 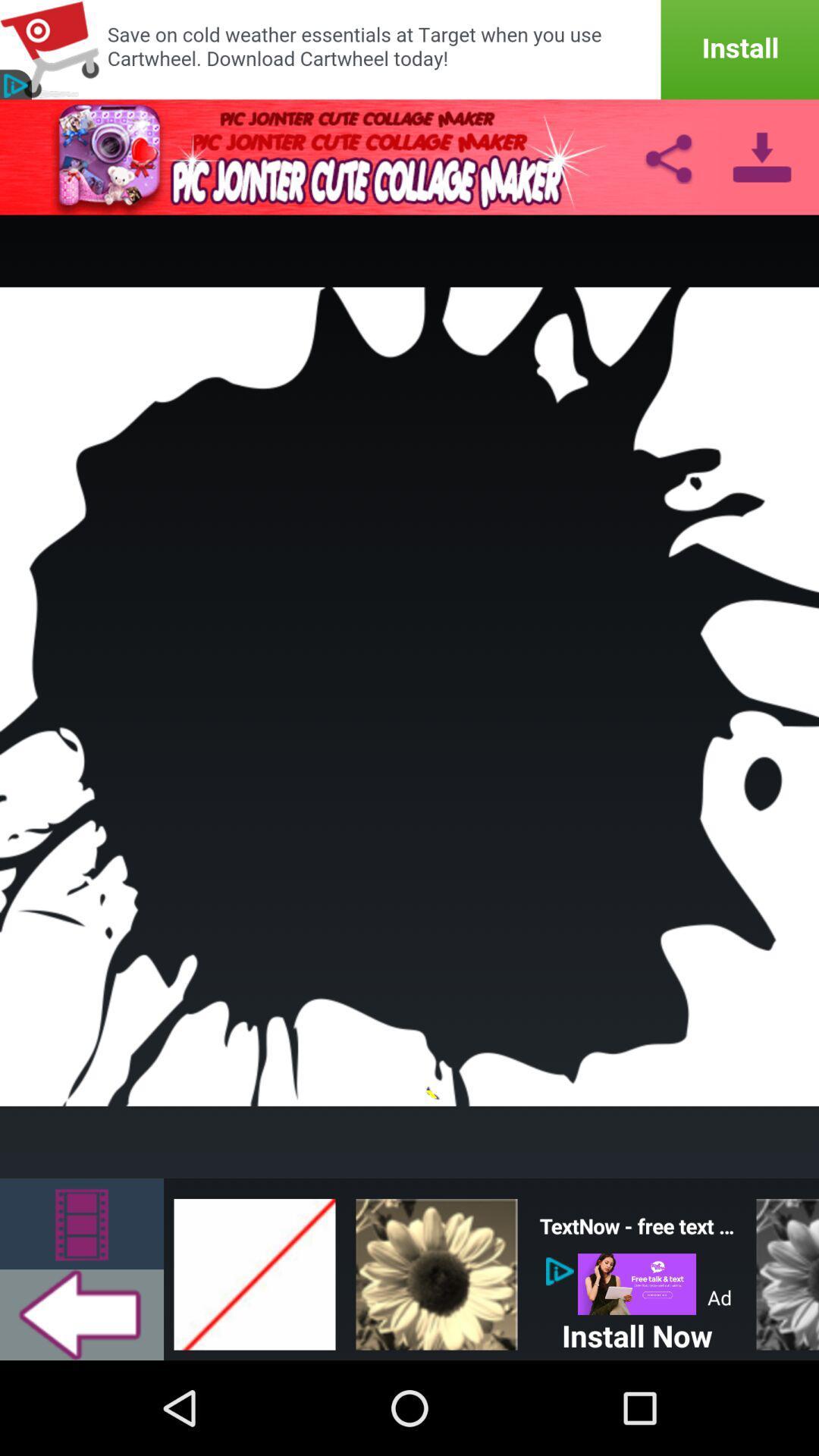 I want to click on initiate download, so click(x=409, y=49).